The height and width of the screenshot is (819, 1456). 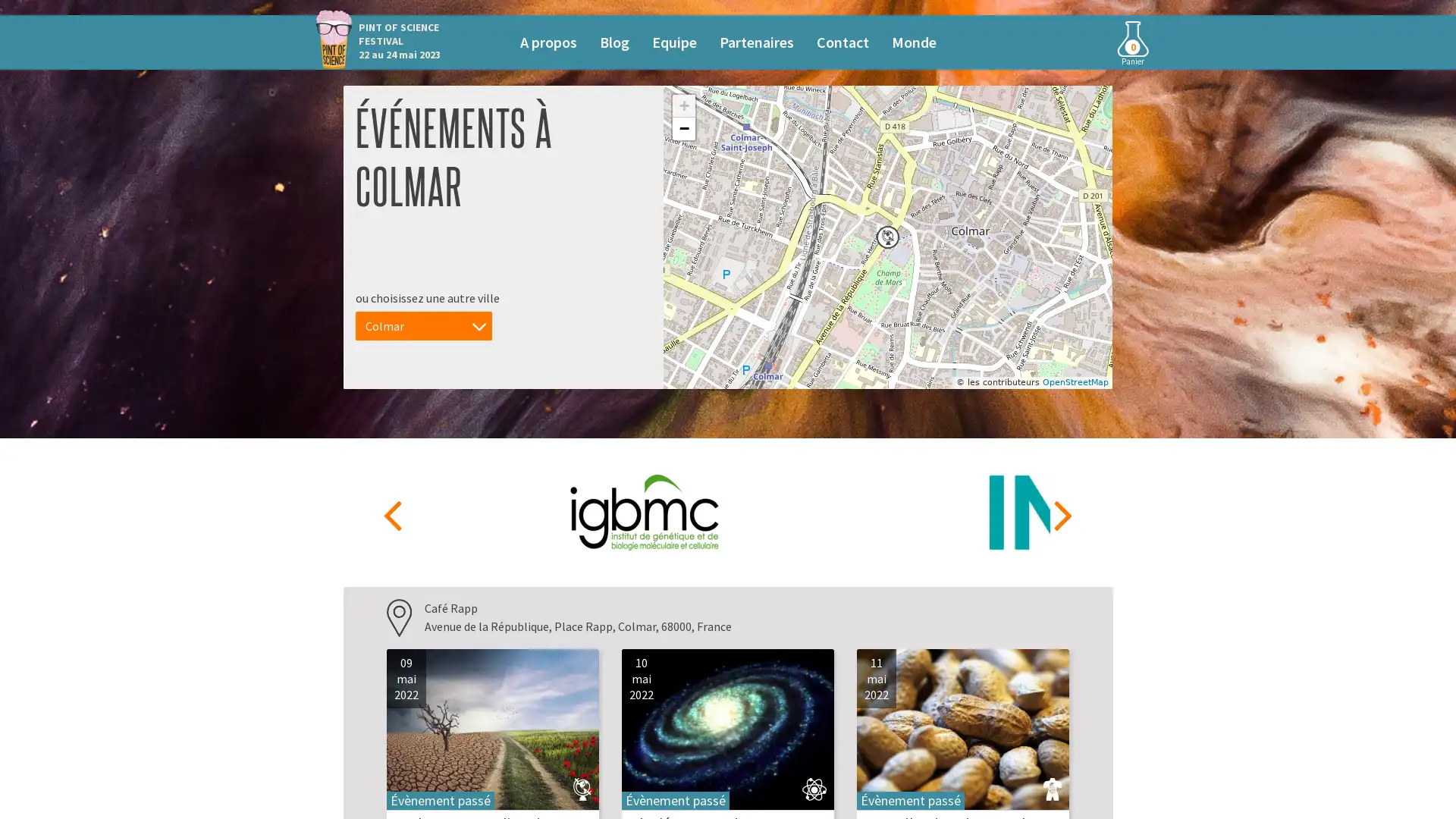 What do you see at coordinates (683, 127) in the screenshot?
I see `Zoom out` at bounding box center [683, 127].